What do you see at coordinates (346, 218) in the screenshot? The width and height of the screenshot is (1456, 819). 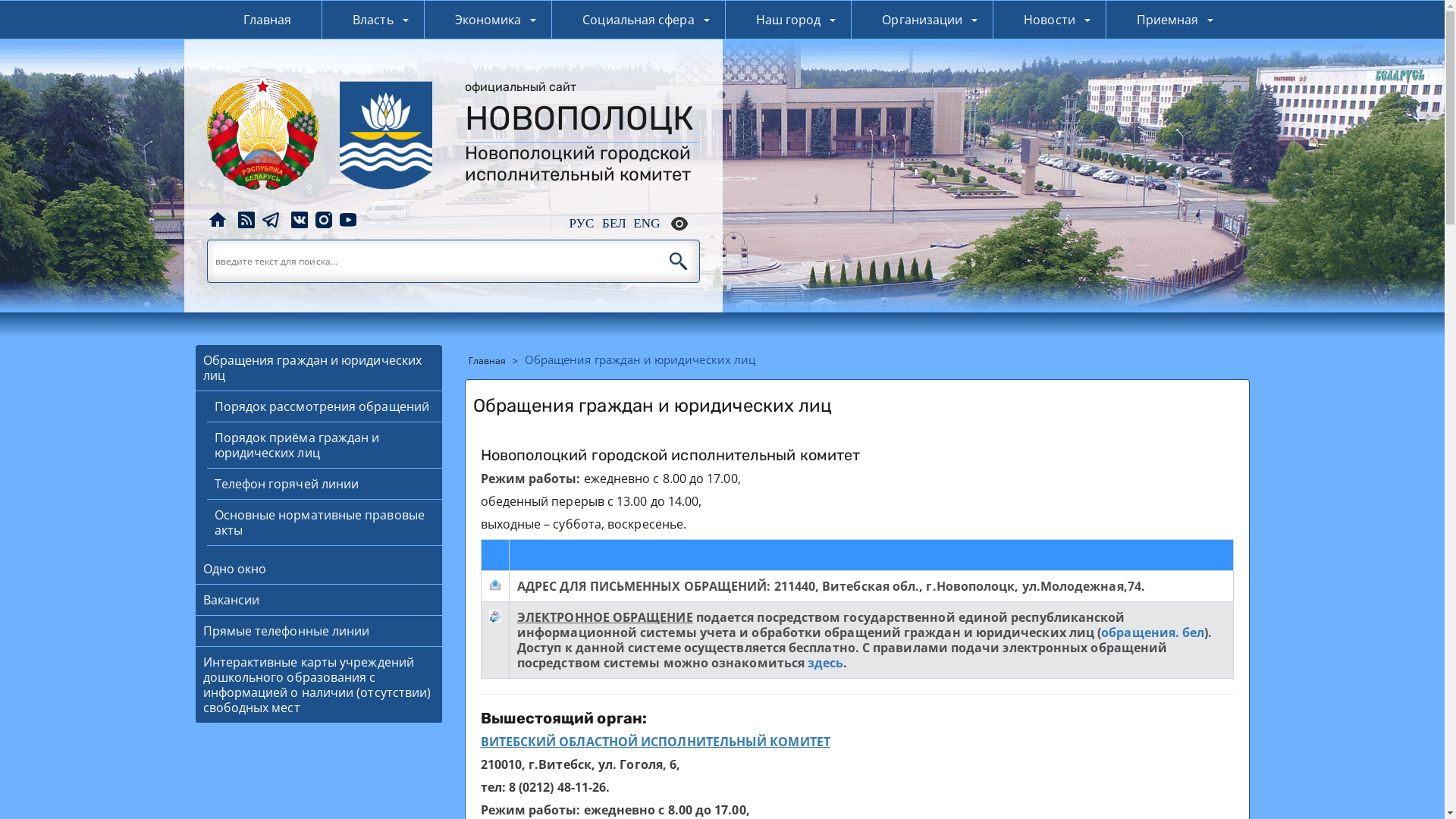 I see `'Youtube'` at bounding box center [346, 218].